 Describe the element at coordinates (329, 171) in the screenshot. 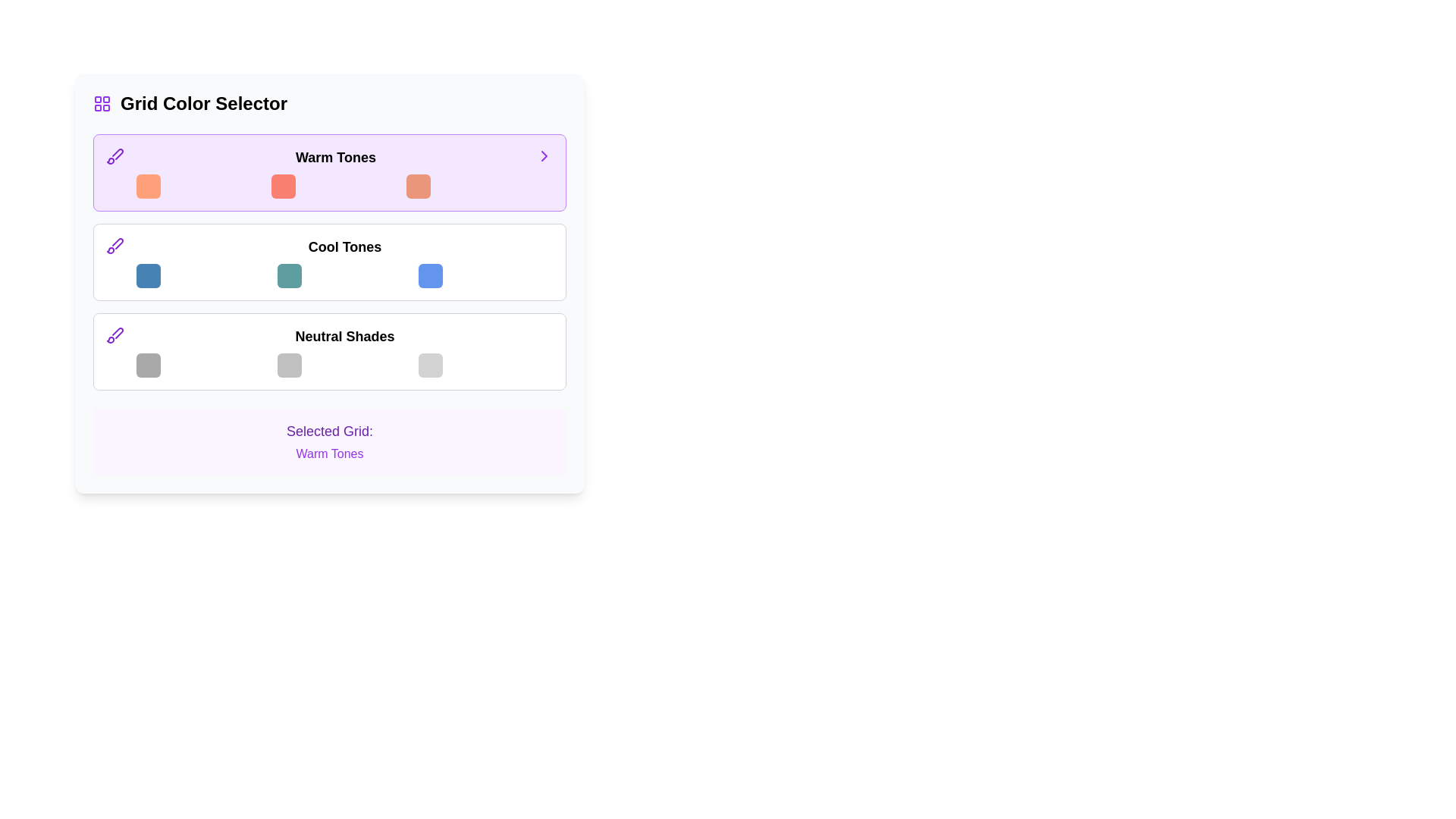

I see `the Card component with a gradient purple background and 'Warm Tones' text` at that location.